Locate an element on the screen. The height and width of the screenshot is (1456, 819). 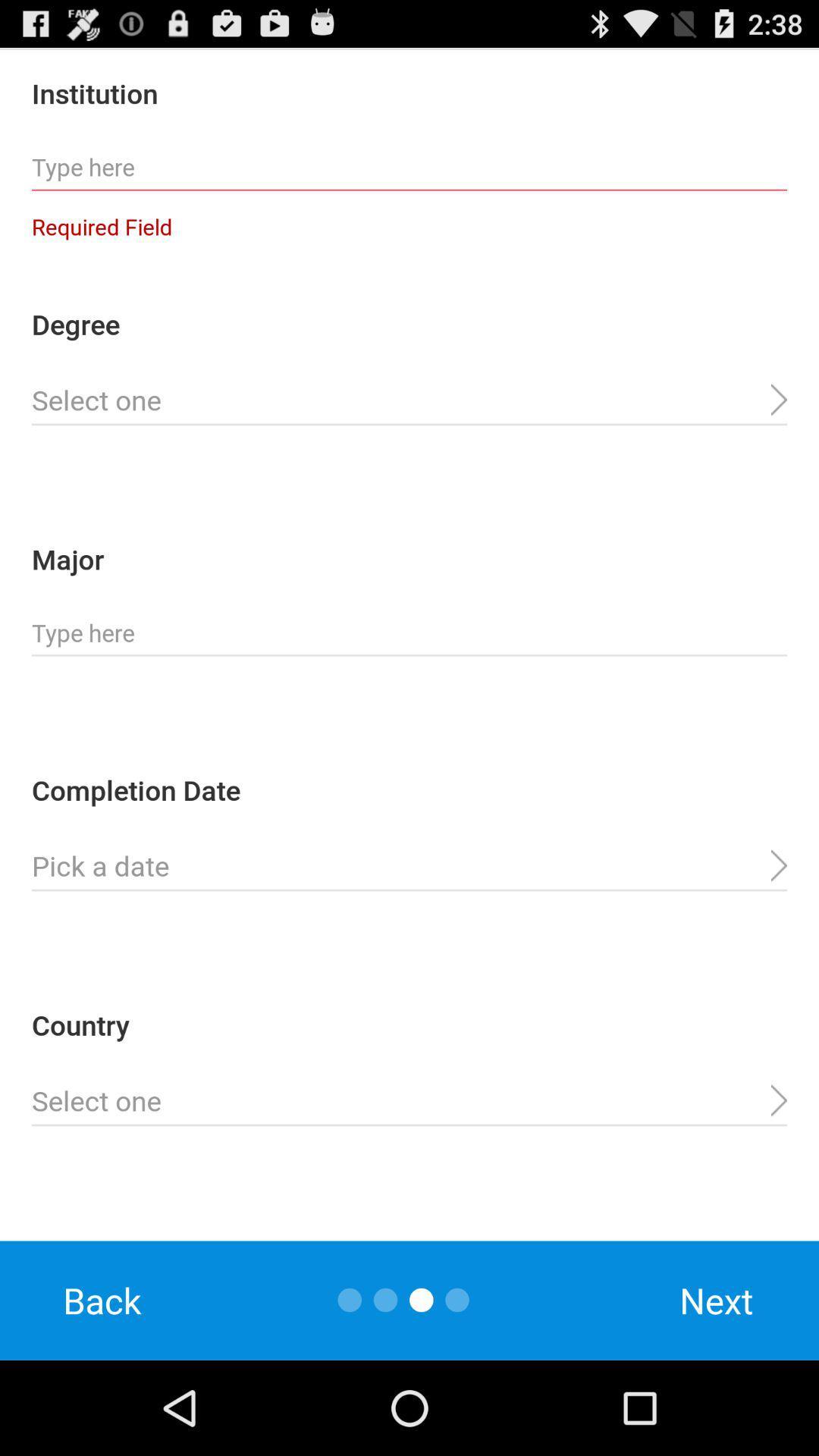
degree type is located at coordinates (409, 400).